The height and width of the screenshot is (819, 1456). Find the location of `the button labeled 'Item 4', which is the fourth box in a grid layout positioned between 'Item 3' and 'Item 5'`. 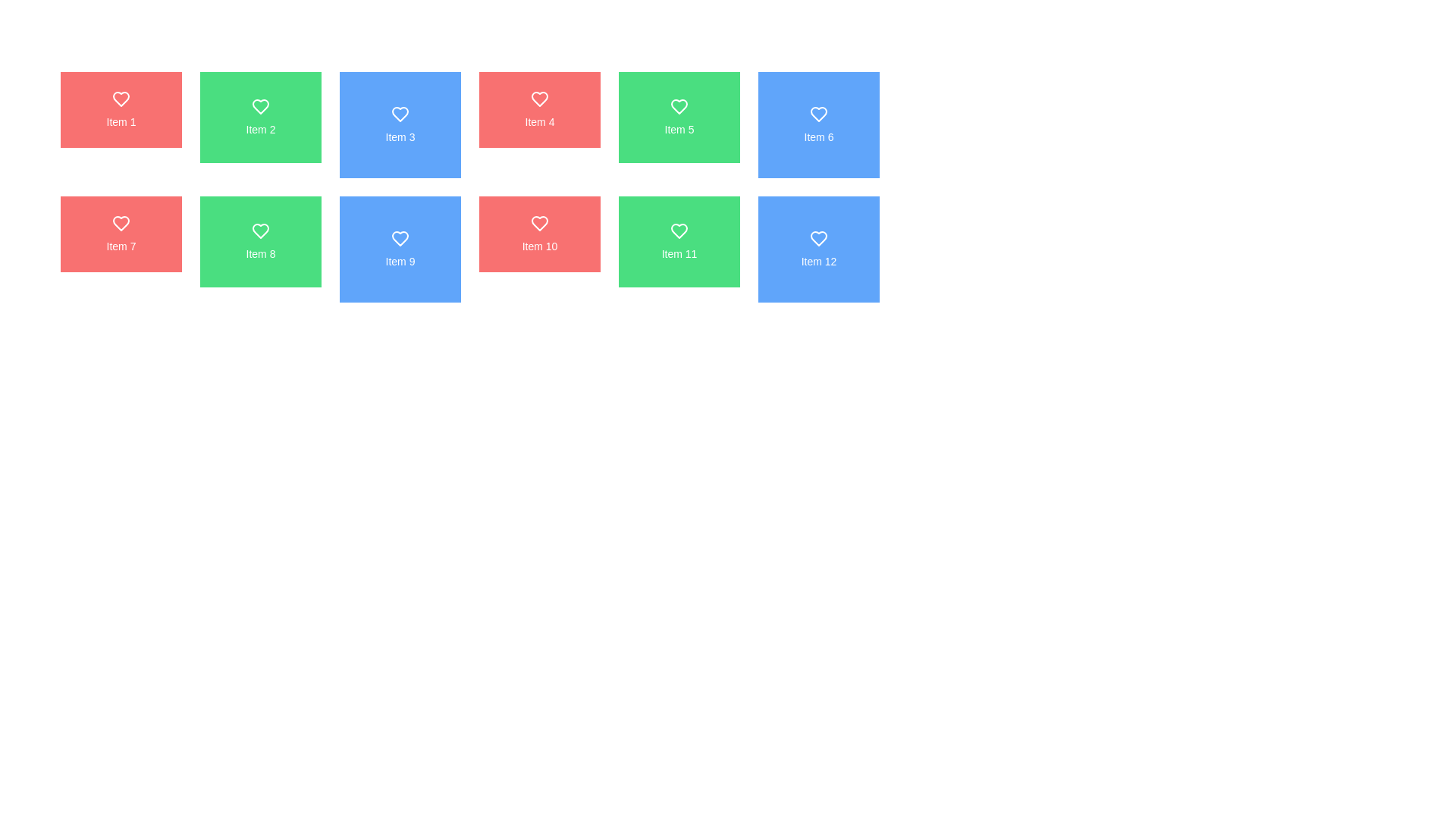

the button labeled 'Item 4', which is the fourth box in a grid layout positioned between 'Item 3' and 'Item 5' is located at coordinates (539, 109).